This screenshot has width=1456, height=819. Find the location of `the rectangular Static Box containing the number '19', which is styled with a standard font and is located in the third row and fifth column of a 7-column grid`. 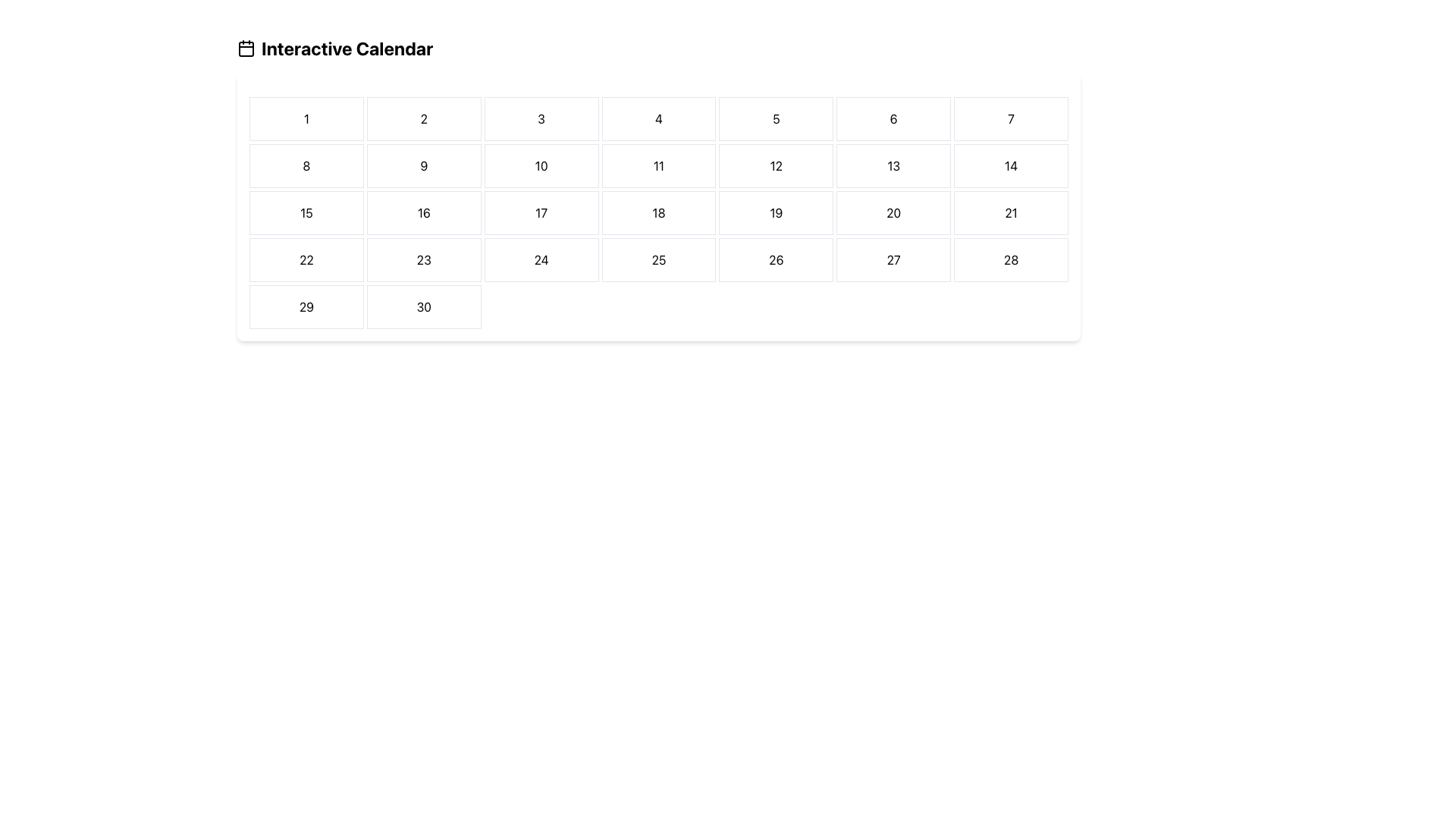

the rectangular Static Box containing the number '19', which is styled with a standard font and is located in the third row and fifth column of a 7-column grid is located at coordinates (776, 213).